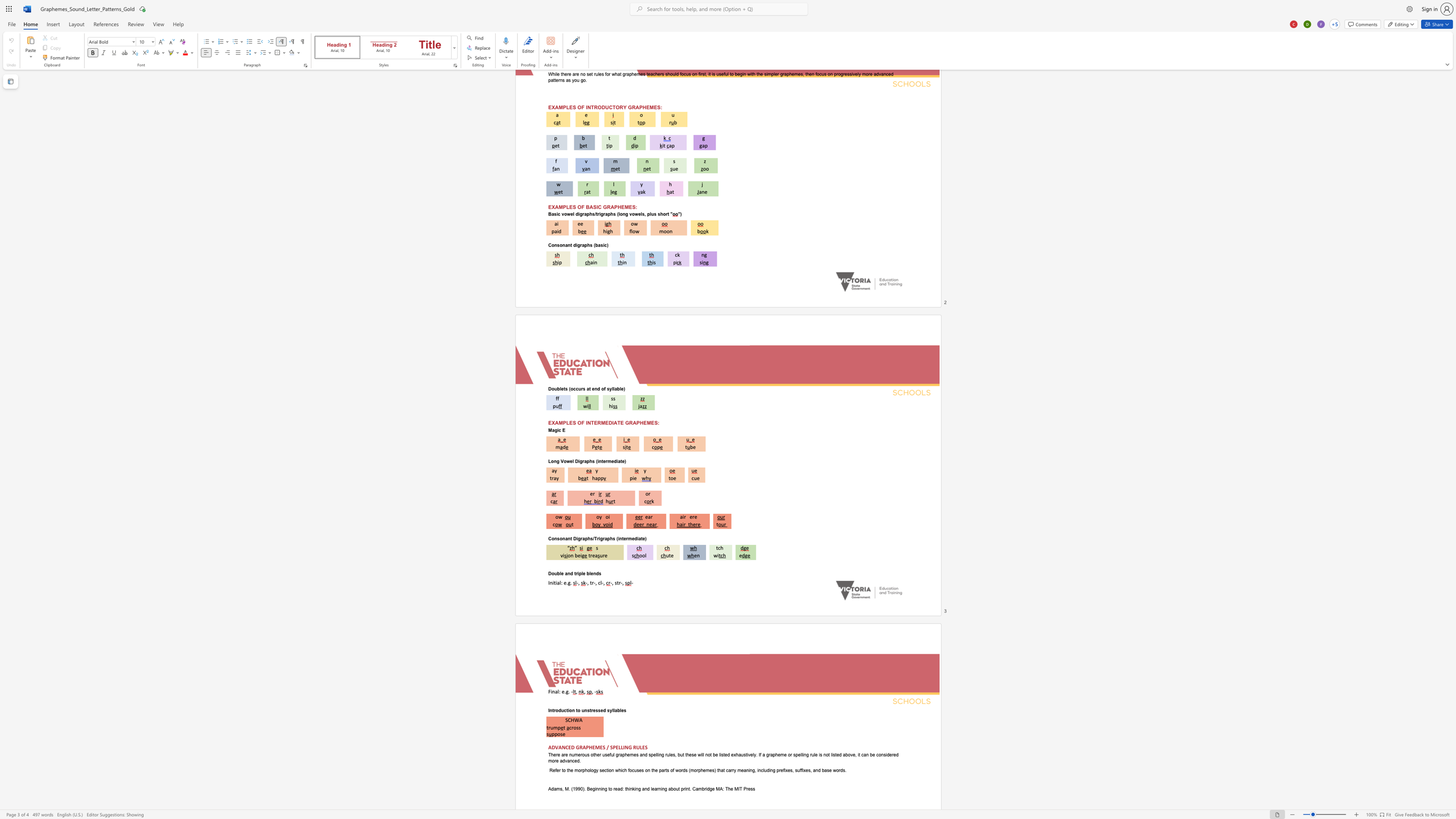 Image resolution: width=1456 pixels, height=819 pixels. I want to click on the 2th character "a" in the text, so click(619, 460).